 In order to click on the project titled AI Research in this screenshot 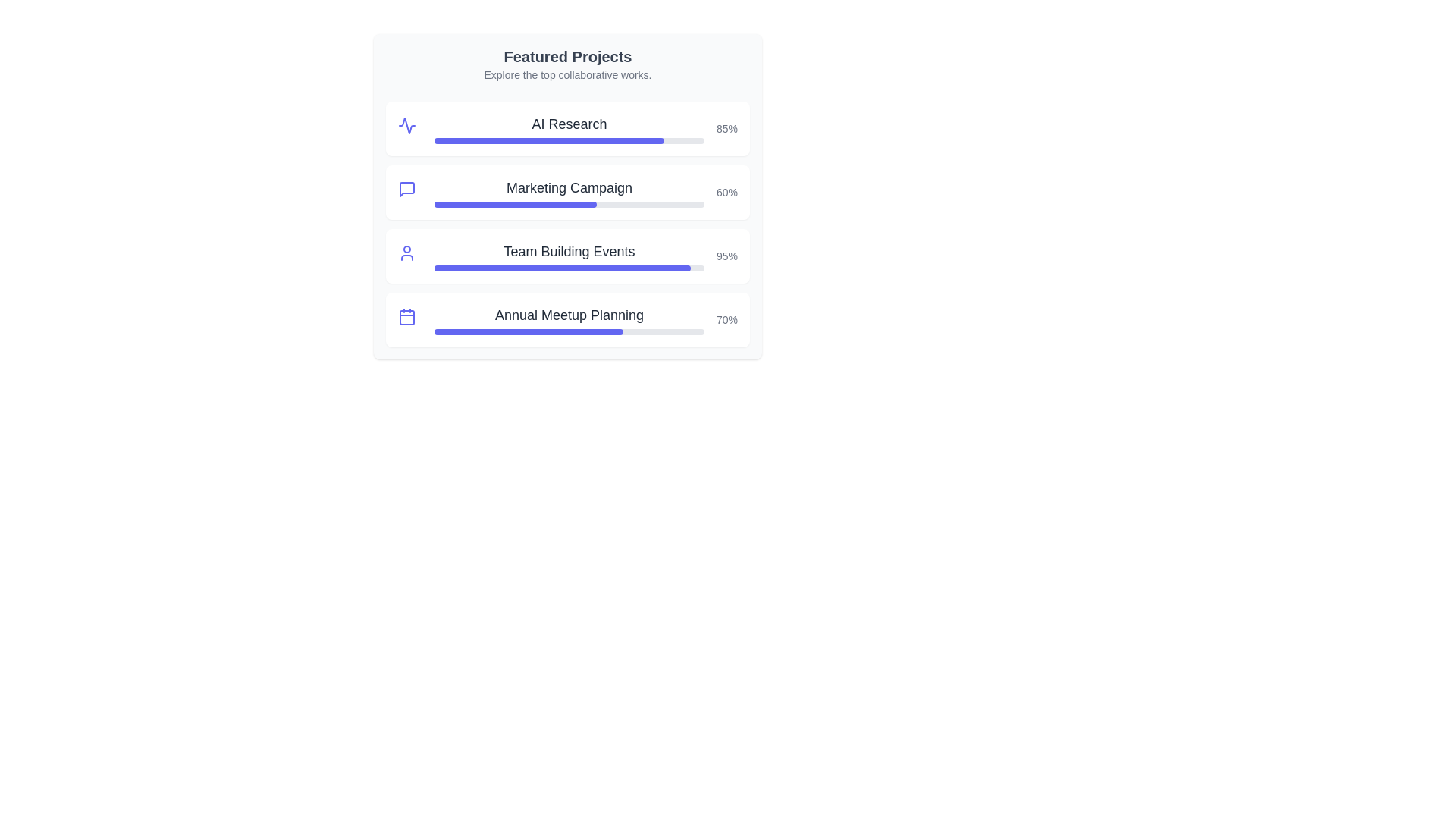, I will do `click(567, 124)`.